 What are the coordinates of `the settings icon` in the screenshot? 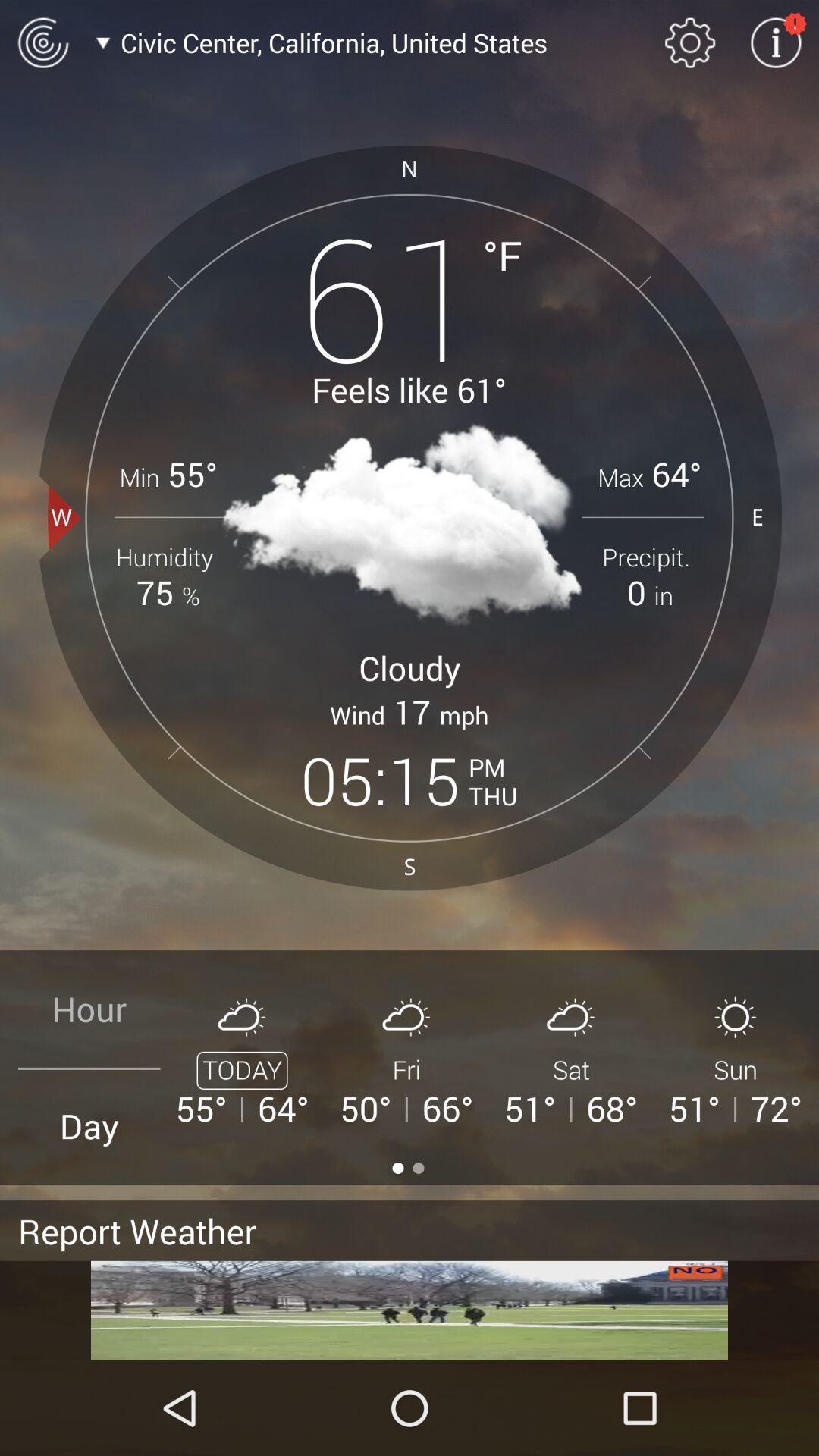 It's located at (690, 42).